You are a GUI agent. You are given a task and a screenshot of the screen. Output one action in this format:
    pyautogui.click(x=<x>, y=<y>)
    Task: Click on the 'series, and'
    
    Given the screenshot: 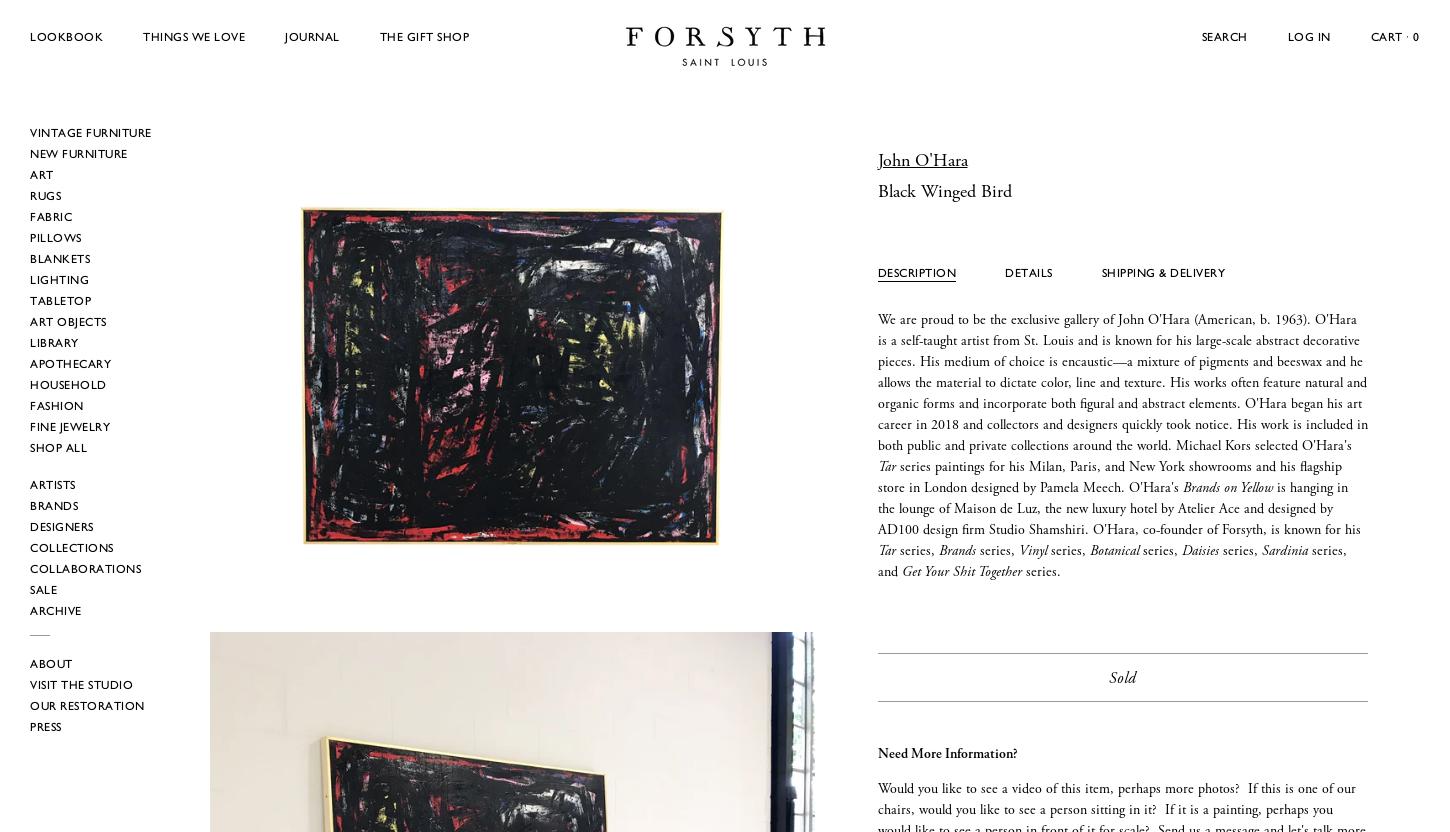 What is the action you would take?
    pyautogui.click(x=1110, y=561)
    